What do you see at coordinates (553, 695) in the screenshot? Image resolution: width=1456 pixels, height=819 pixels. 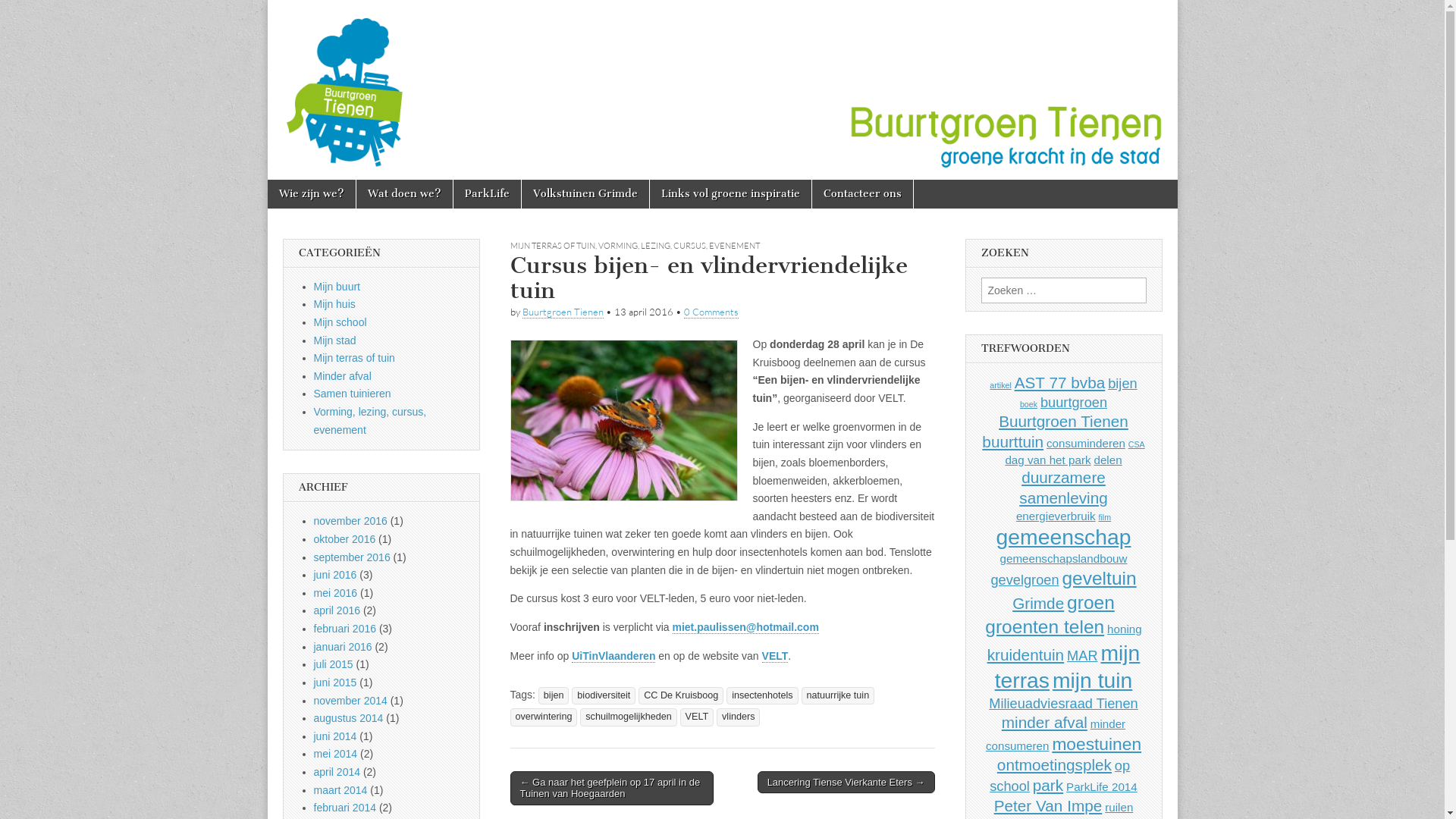 I see `'bijen'` at bounding box center [553, 695].